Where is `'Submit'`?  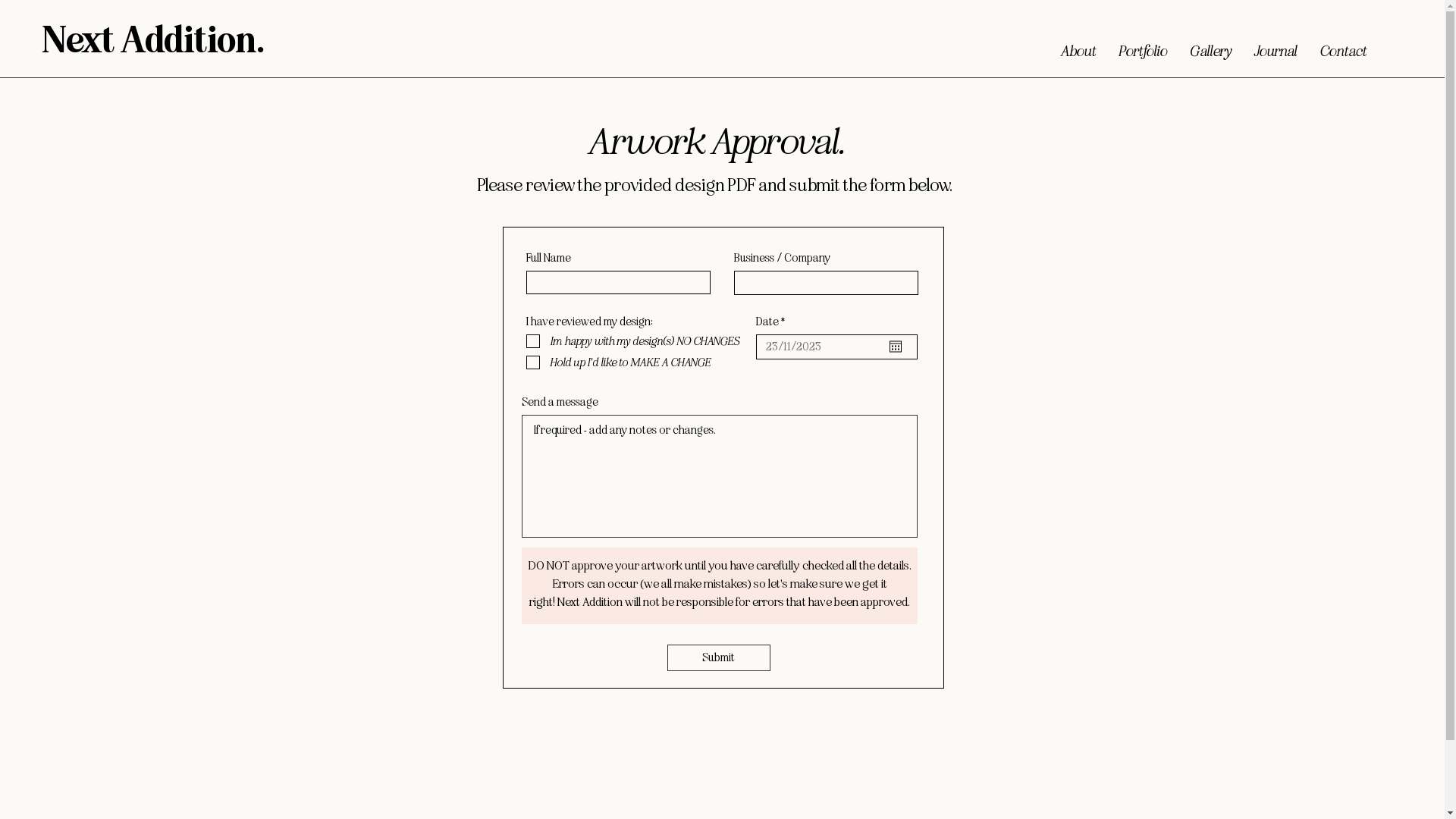
'Submit' is located at coordinates (718, 657).